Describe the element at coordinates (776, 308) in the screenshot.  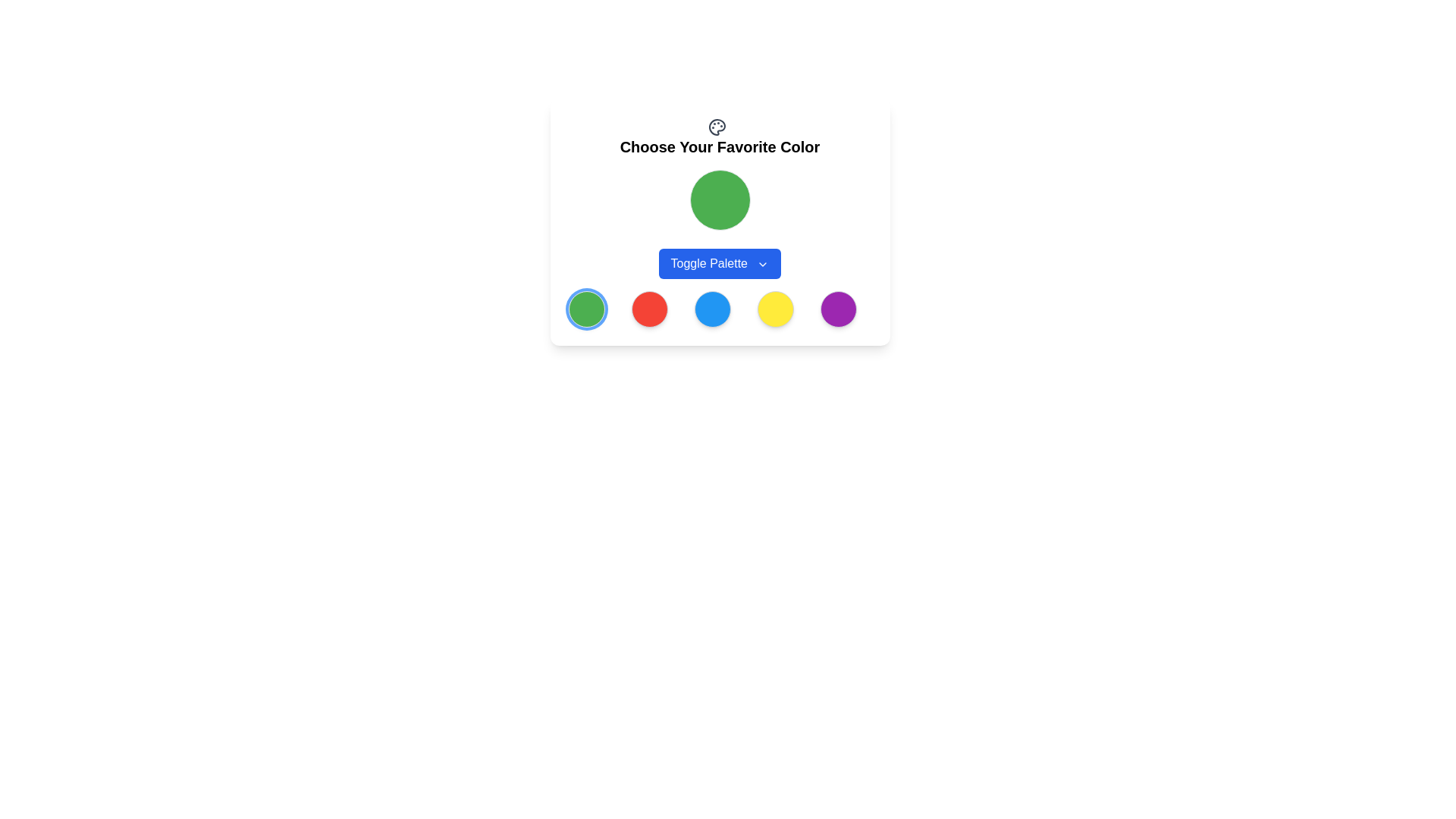
I see `the fourth circular button representing the yellow color option in the color selection palette` at that location.